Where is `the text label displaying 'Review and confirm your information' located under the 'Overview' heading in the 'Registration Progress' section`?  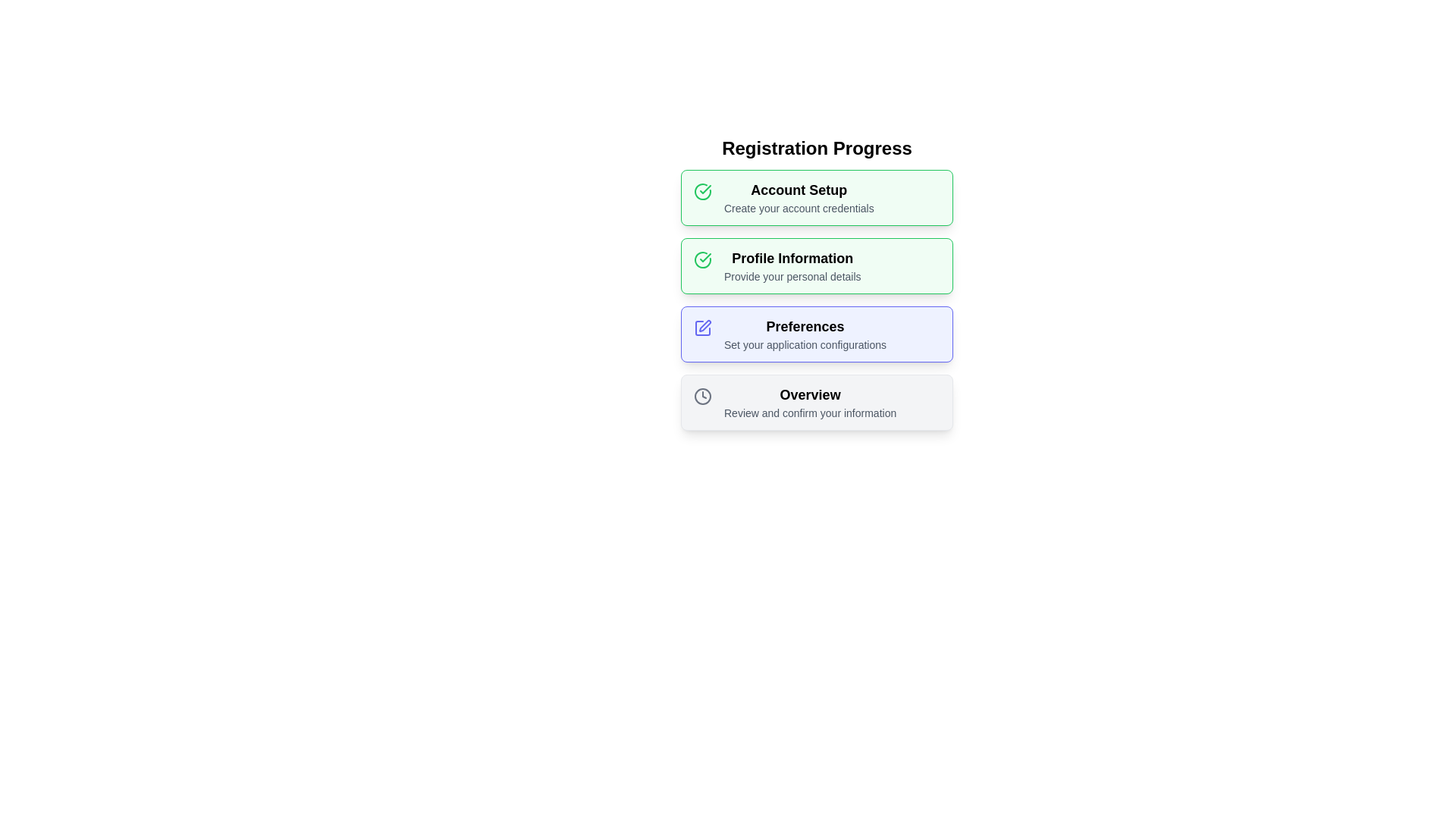
the text label displaying 'Review and confirm your information' located under the 'Overview' heading in the 'Registration Progress' section is located at coordinates (809, 413).